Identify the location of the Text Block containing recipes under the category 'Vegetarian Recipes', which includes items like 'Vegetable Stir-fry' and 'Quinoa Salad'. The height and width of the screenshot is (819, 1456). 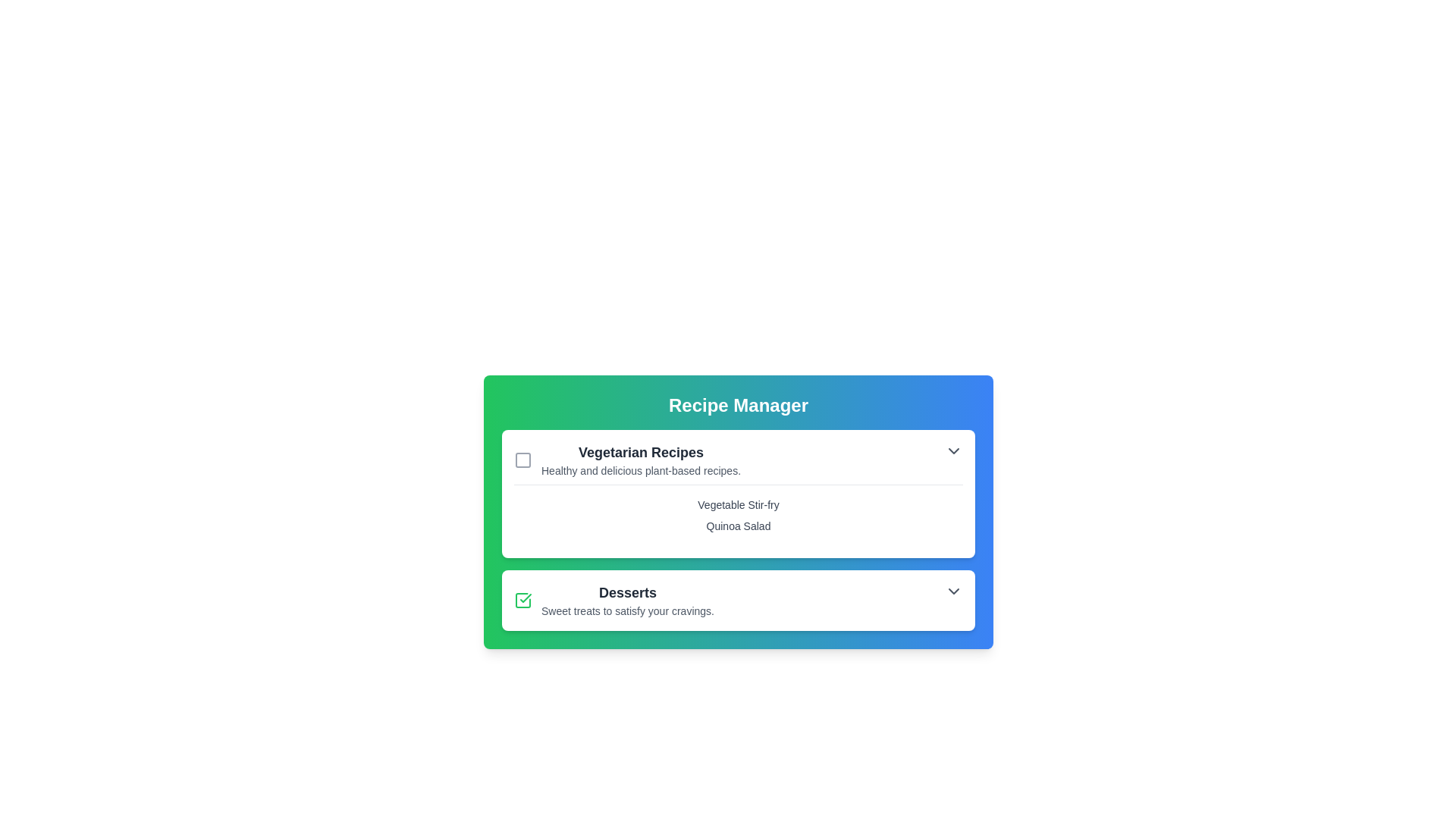
(739, 529).